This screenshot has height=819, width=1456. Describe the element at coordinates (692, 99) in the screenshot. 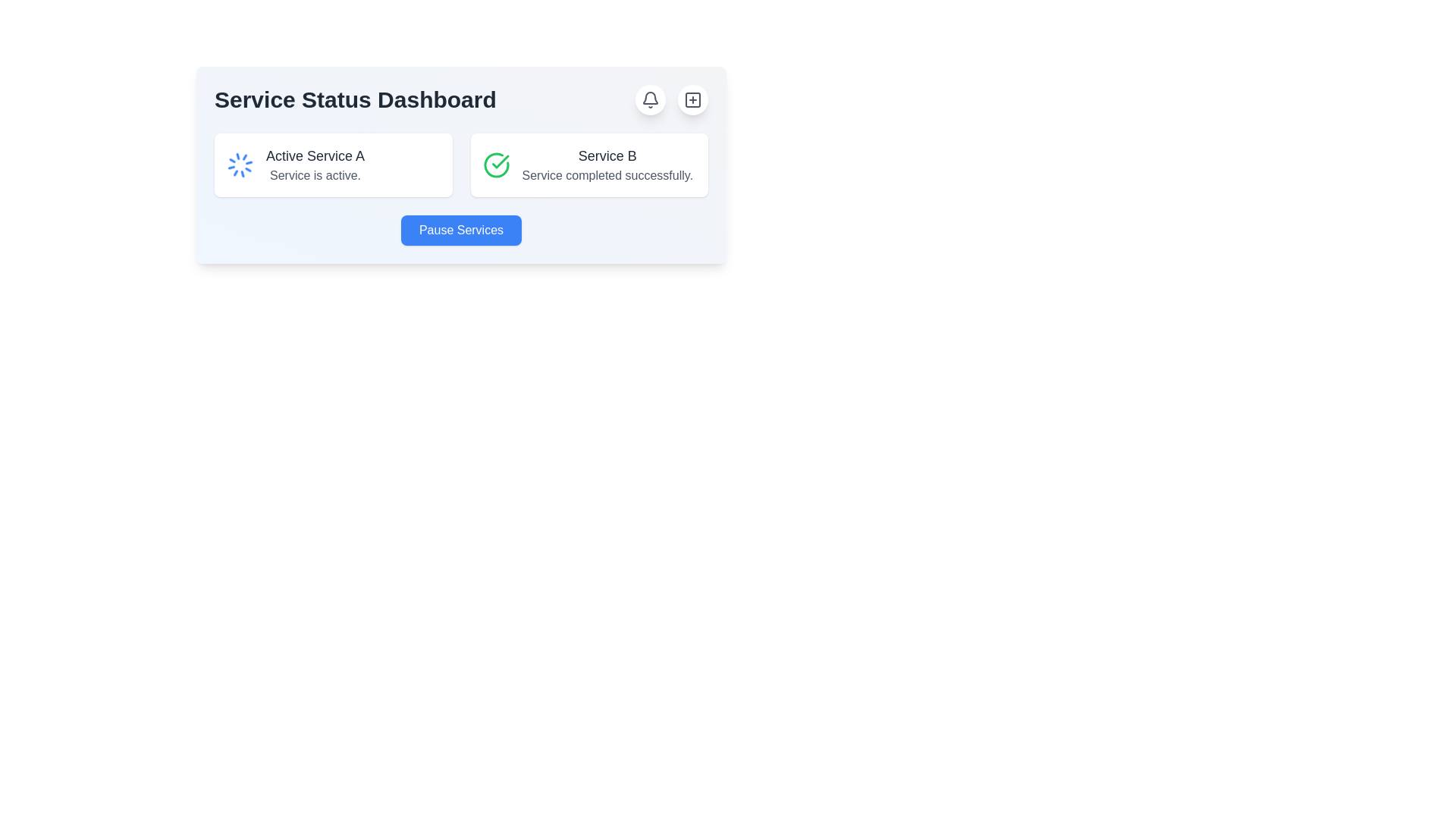

I see `the interactive button with a plus sign icon located in the top-right corner of the dashboard area` at that location.